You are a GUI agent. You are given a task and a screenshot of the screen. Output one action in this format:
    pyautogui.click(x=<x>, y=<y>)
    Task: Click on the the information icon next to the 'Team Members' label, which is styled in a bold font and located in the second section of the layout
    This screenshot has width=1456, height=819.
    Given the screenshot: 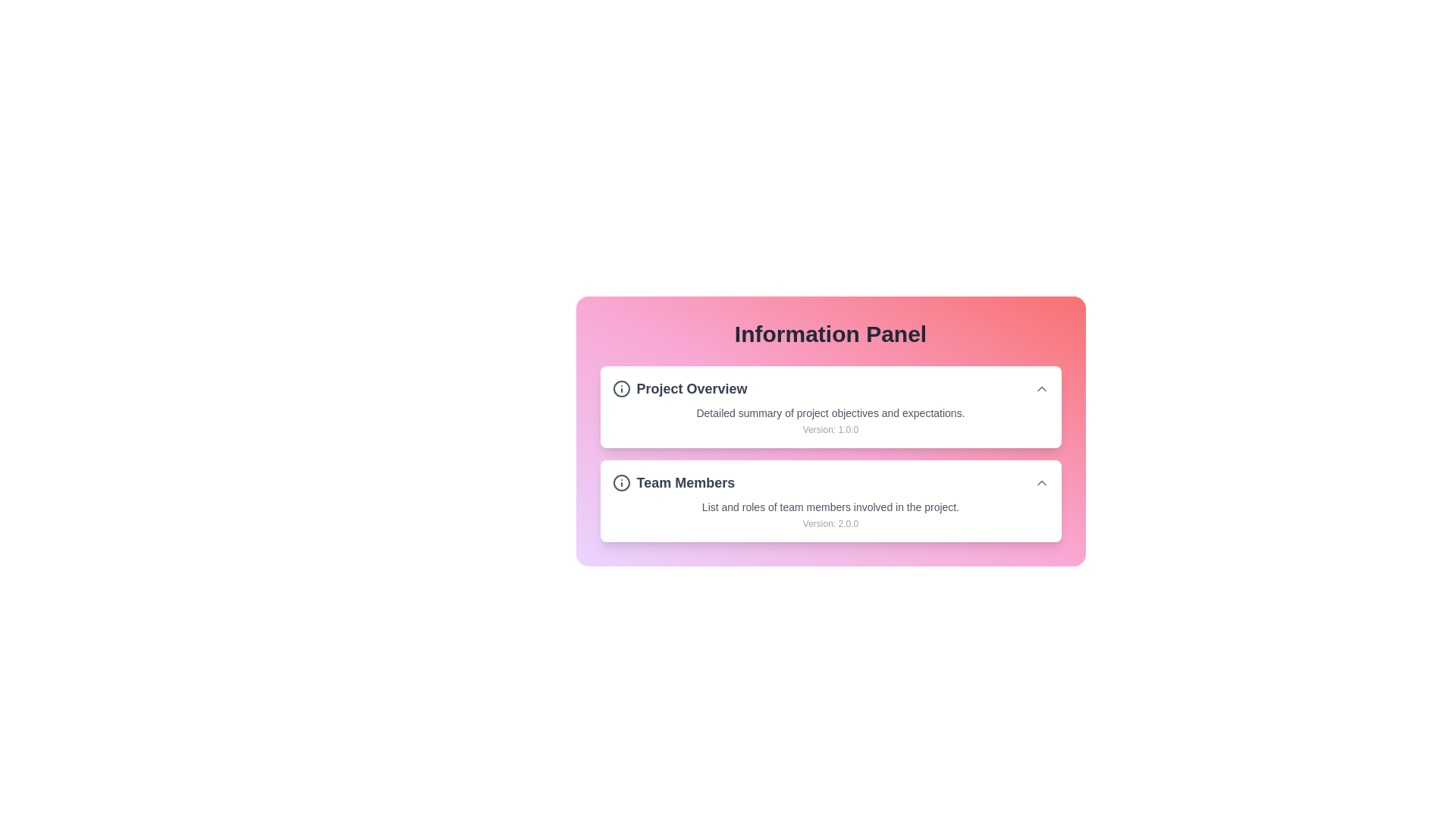 What is the action you would take?
    pyautogui.click(x=673, y=482)
    